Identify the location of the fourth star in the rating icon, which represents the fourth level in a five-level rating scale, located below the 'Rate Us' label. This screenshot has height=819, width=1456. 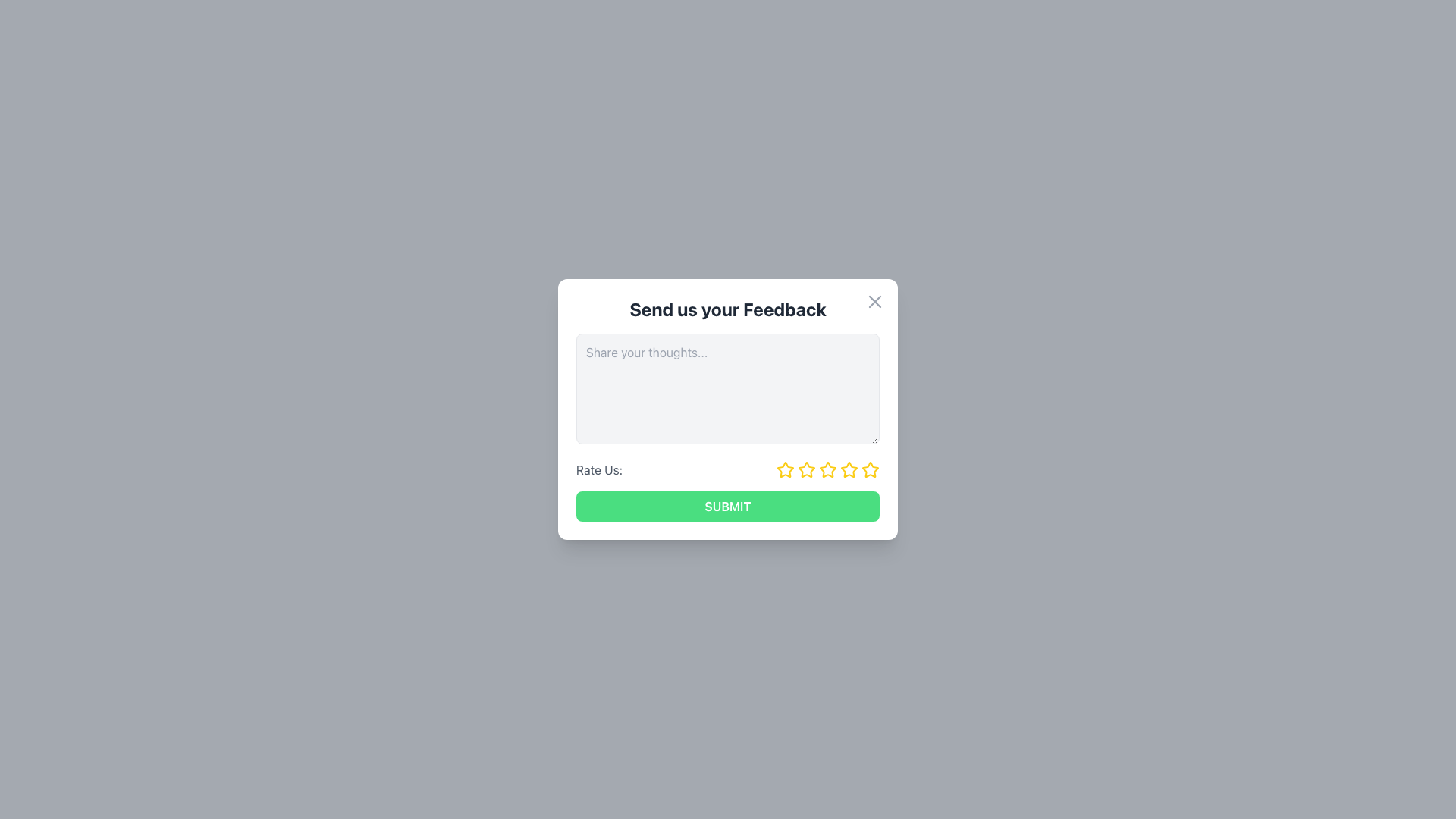
(827, 469).